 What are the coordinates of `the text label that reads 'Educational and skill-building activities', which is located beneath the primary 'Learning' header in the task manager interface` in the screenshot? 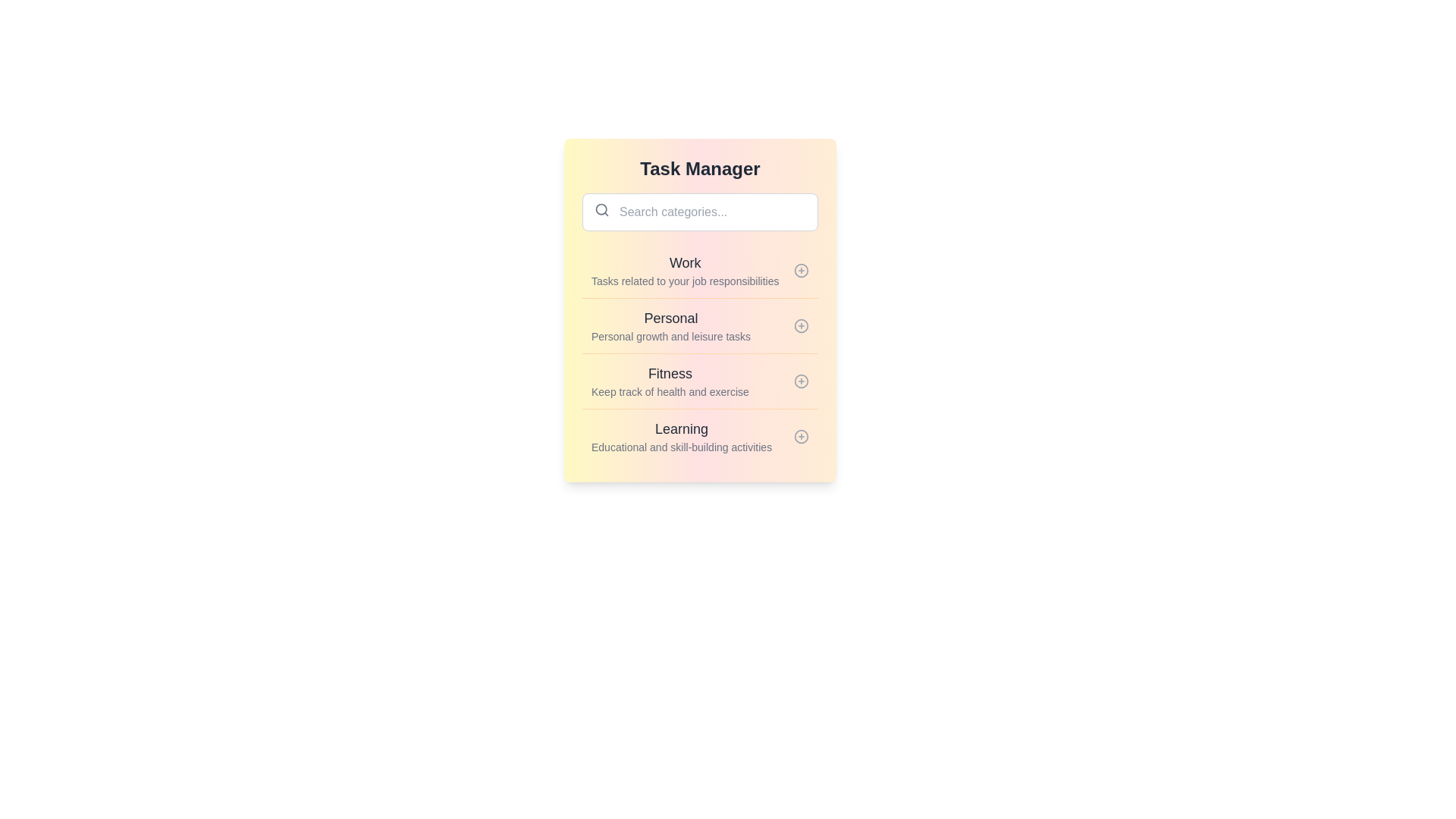 It's located at (681, 447).